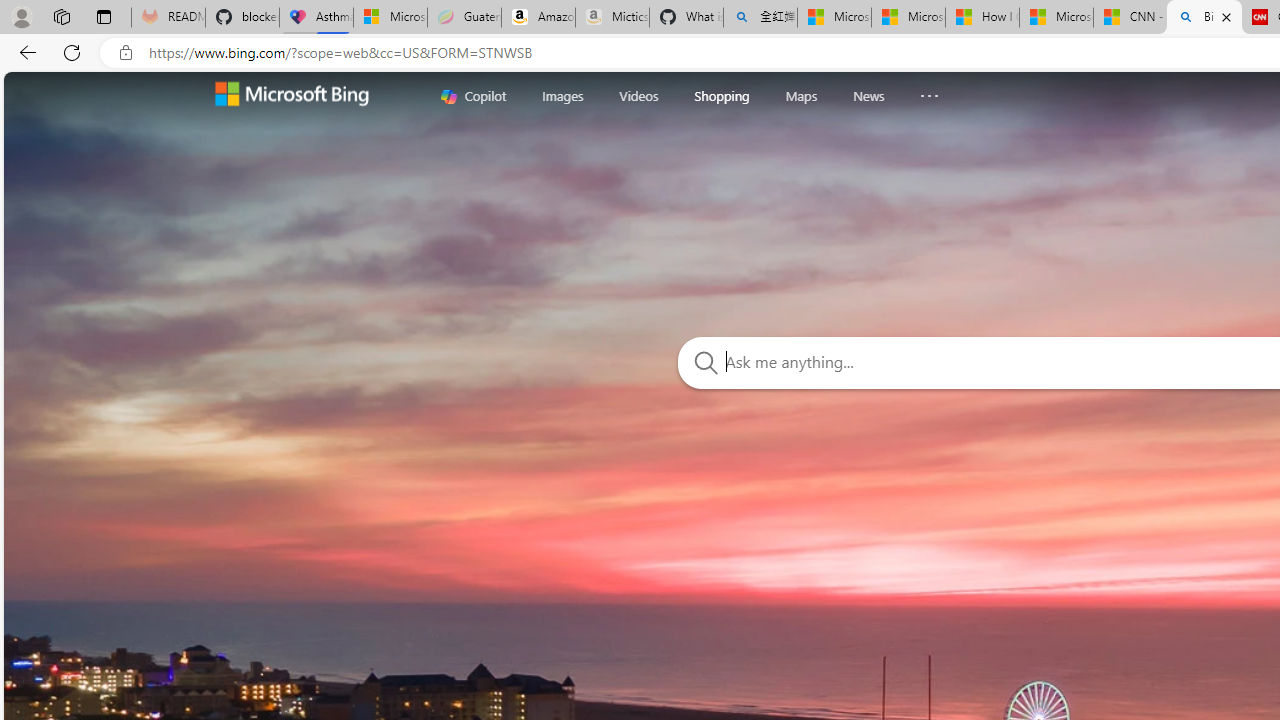  I want to click on 'CNN - MSN', so click(1130, 17).